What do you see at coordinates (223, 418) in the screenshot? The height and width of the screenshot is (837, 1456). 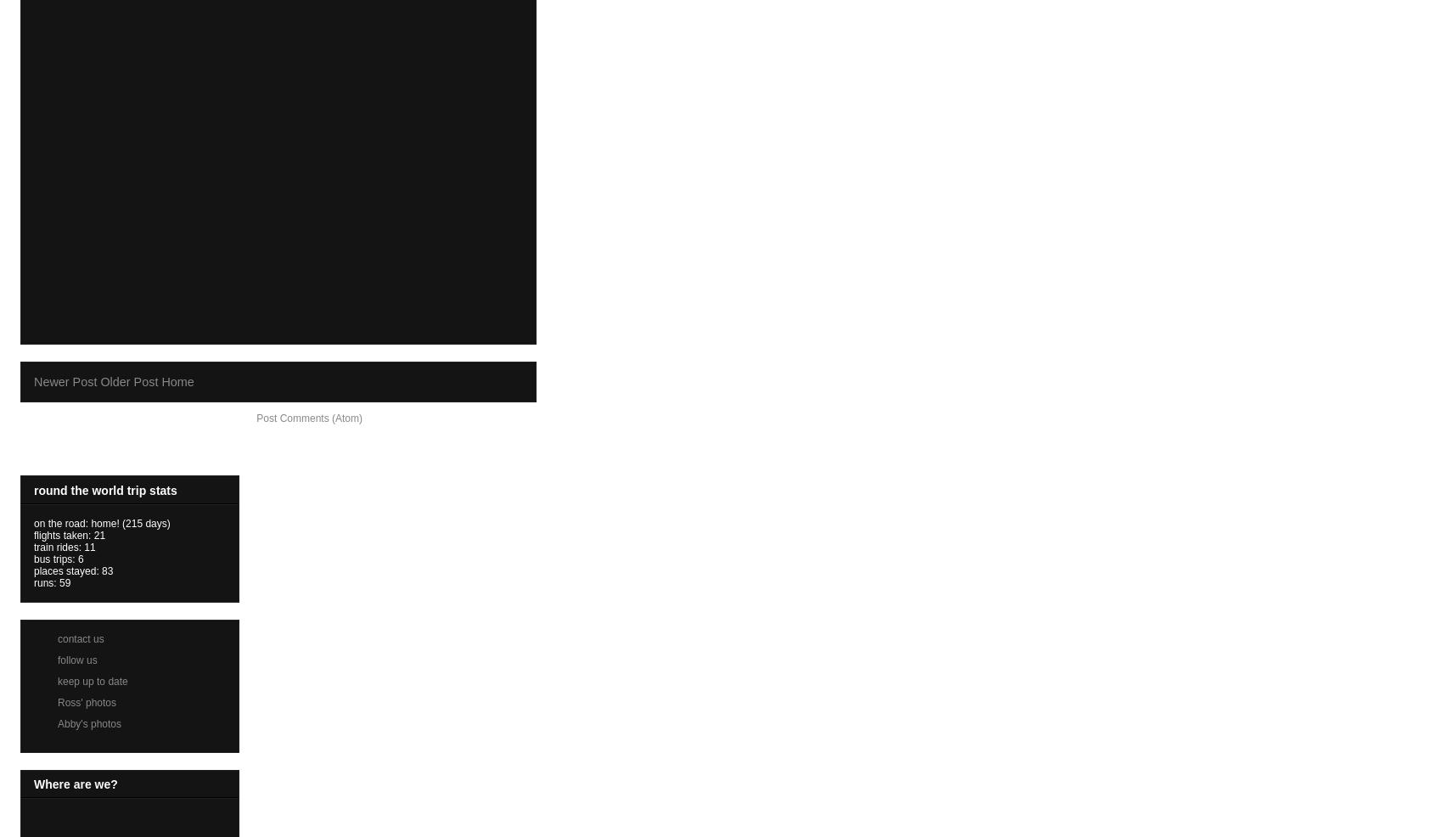 I see `'Subscribe to:'` at bounding box center [223, 418].